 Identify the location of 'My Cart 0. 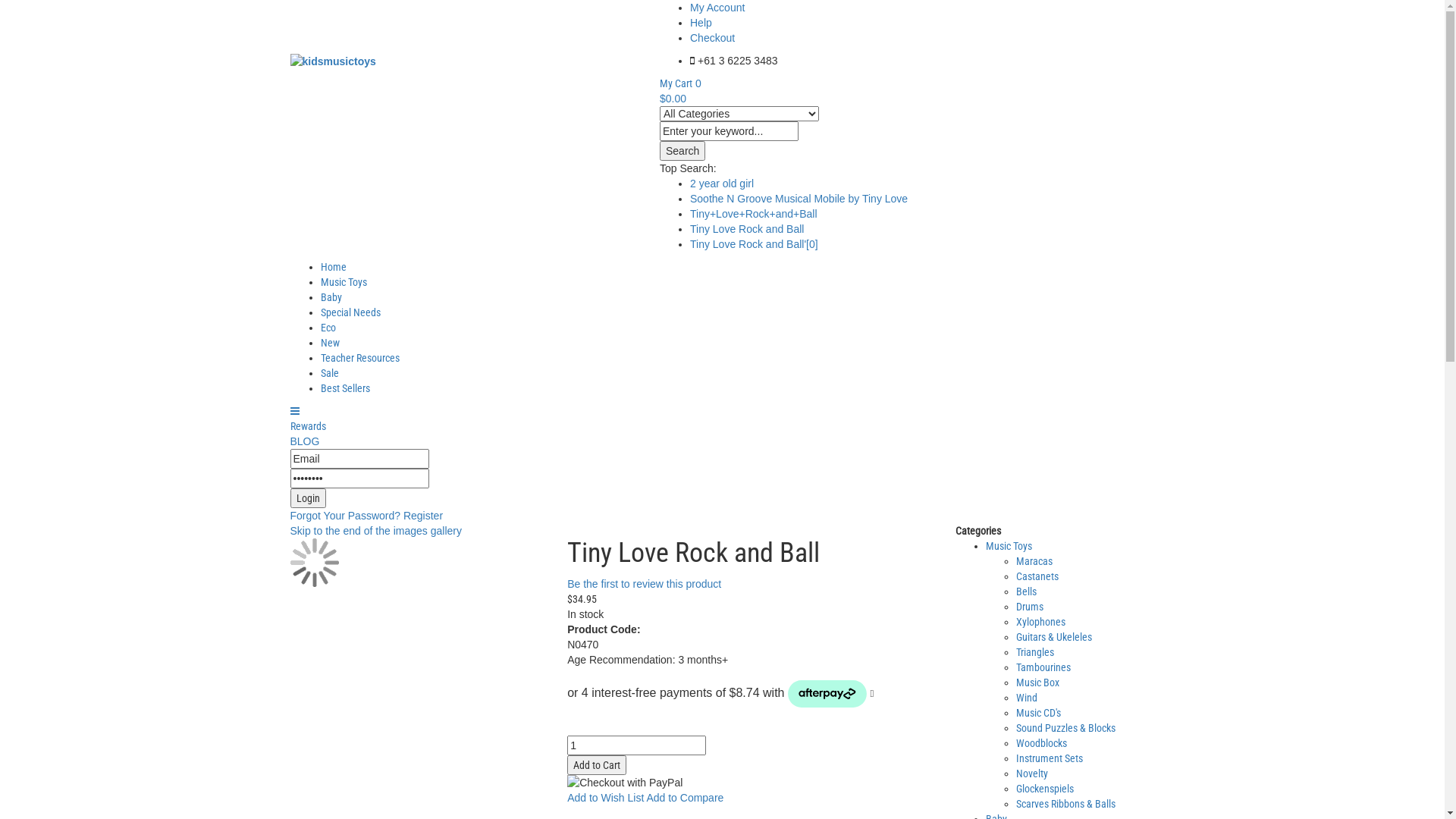
(907, 91).